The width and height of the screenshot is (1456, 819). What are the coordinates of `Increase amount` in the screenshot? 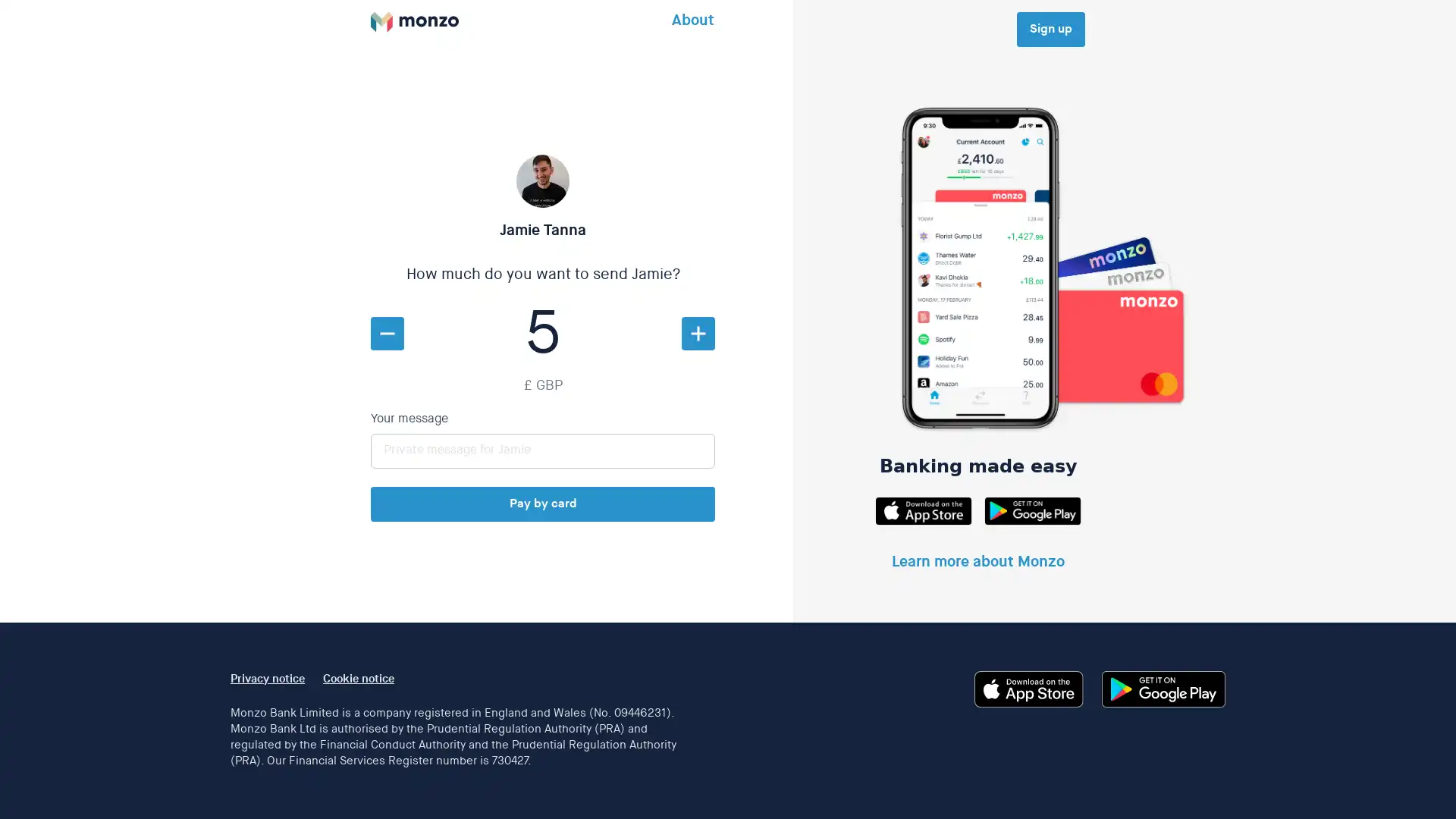 It's located at (698, 332).